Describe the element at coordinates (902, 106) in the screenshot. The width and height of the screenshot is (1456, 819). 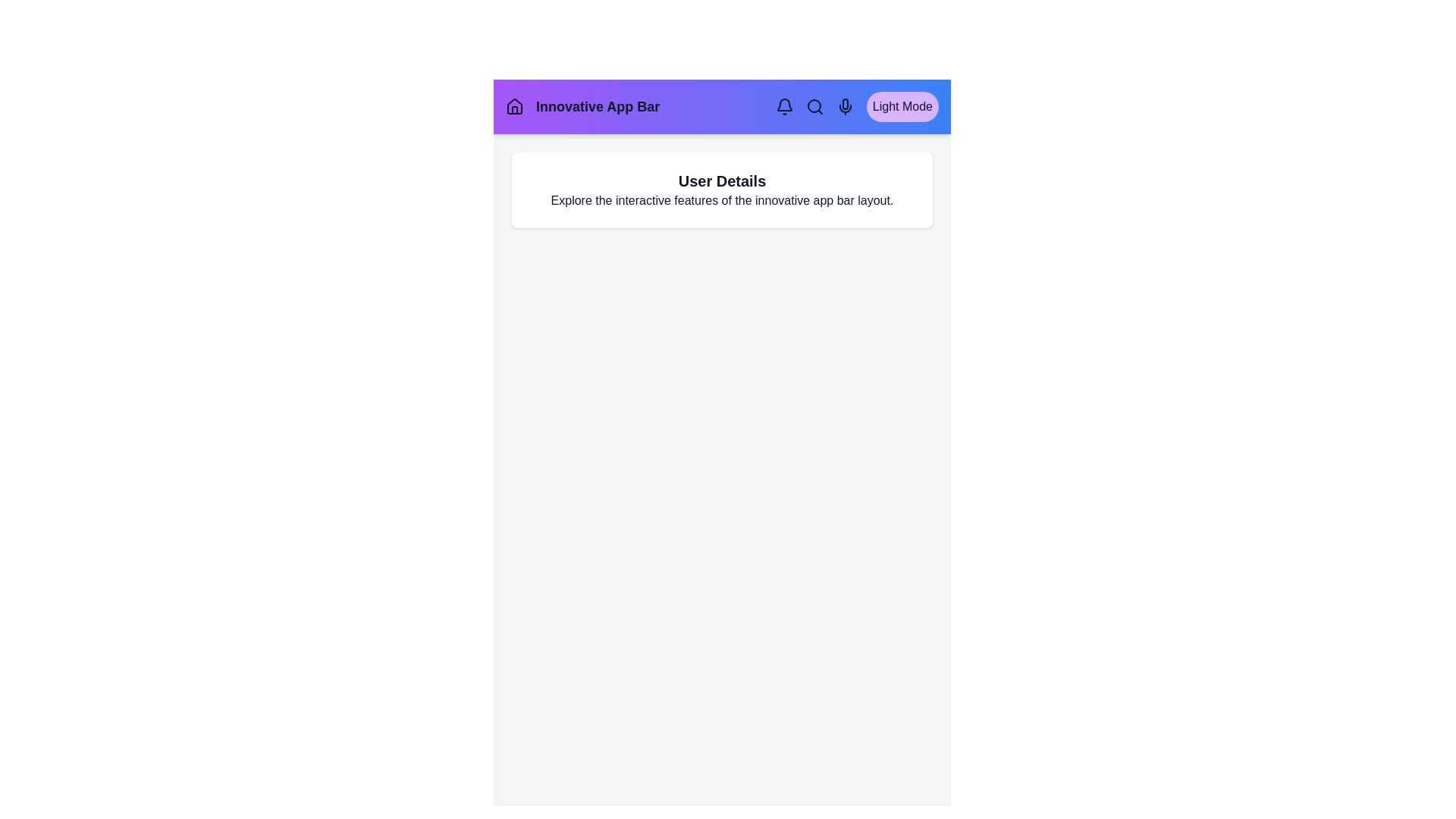
I see `'Light Mode' button to toggle the application theme` at that location.